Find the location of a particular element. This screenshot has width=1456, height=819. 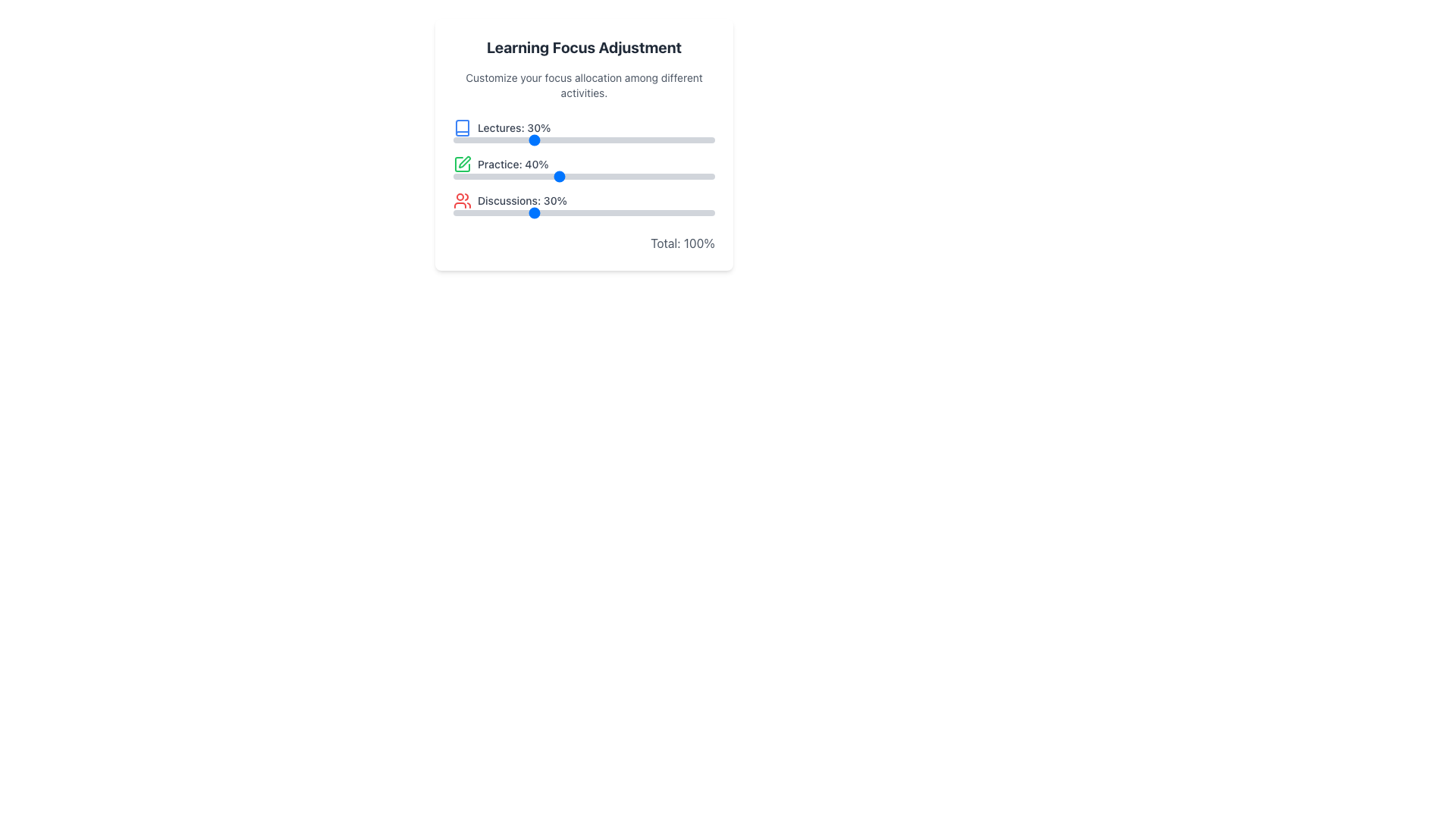

text content of the first category text label in the focus adjustment interface, which is associated with the lecture activity and shows the percentage allocation for lectures. This label is located next to a blue book icon is located at coordinates (514, 127).